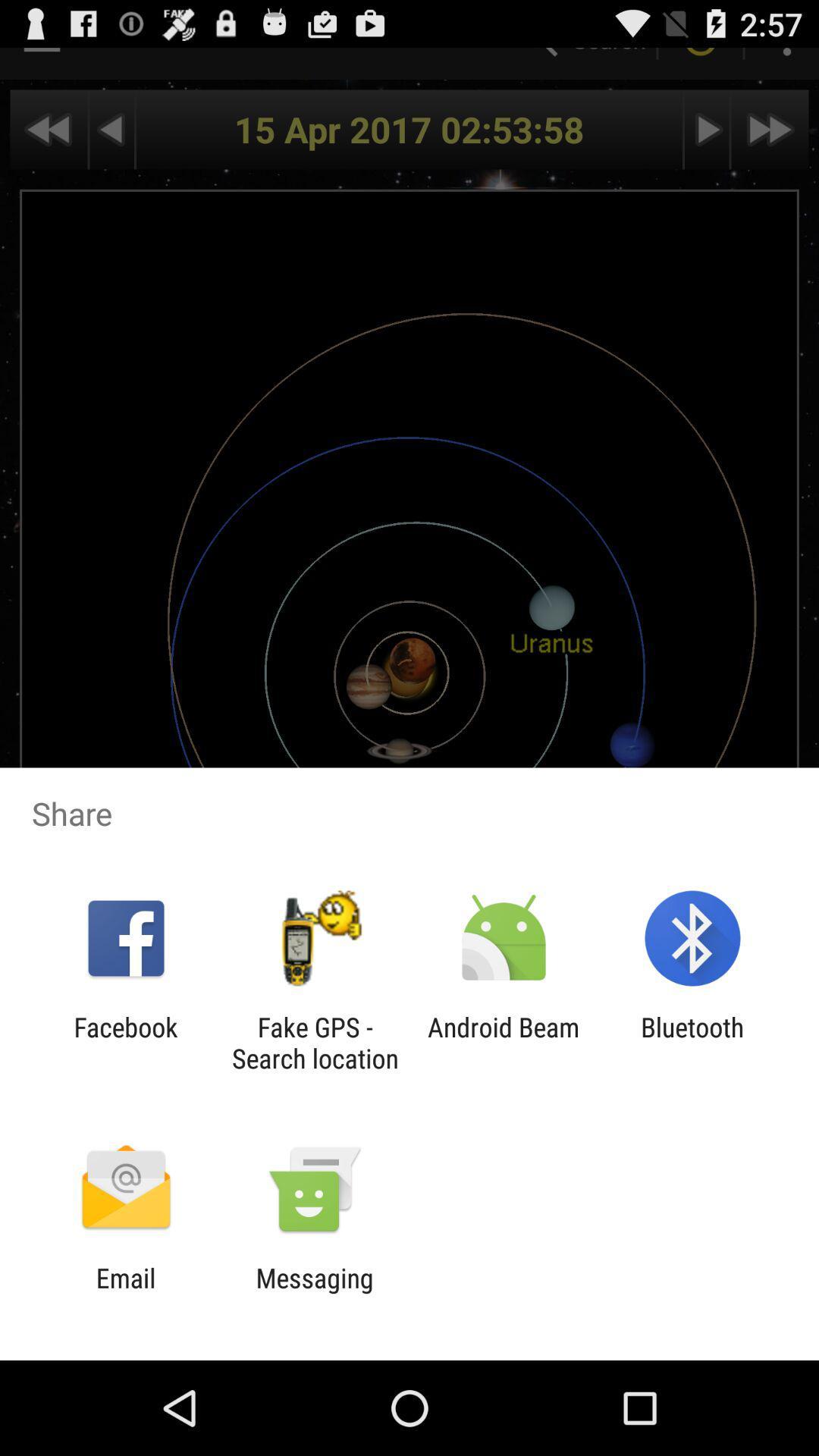 This screenshot has height=1456, width=819. I want to click on the item to the right of the facebook item, so click(314, 1042).